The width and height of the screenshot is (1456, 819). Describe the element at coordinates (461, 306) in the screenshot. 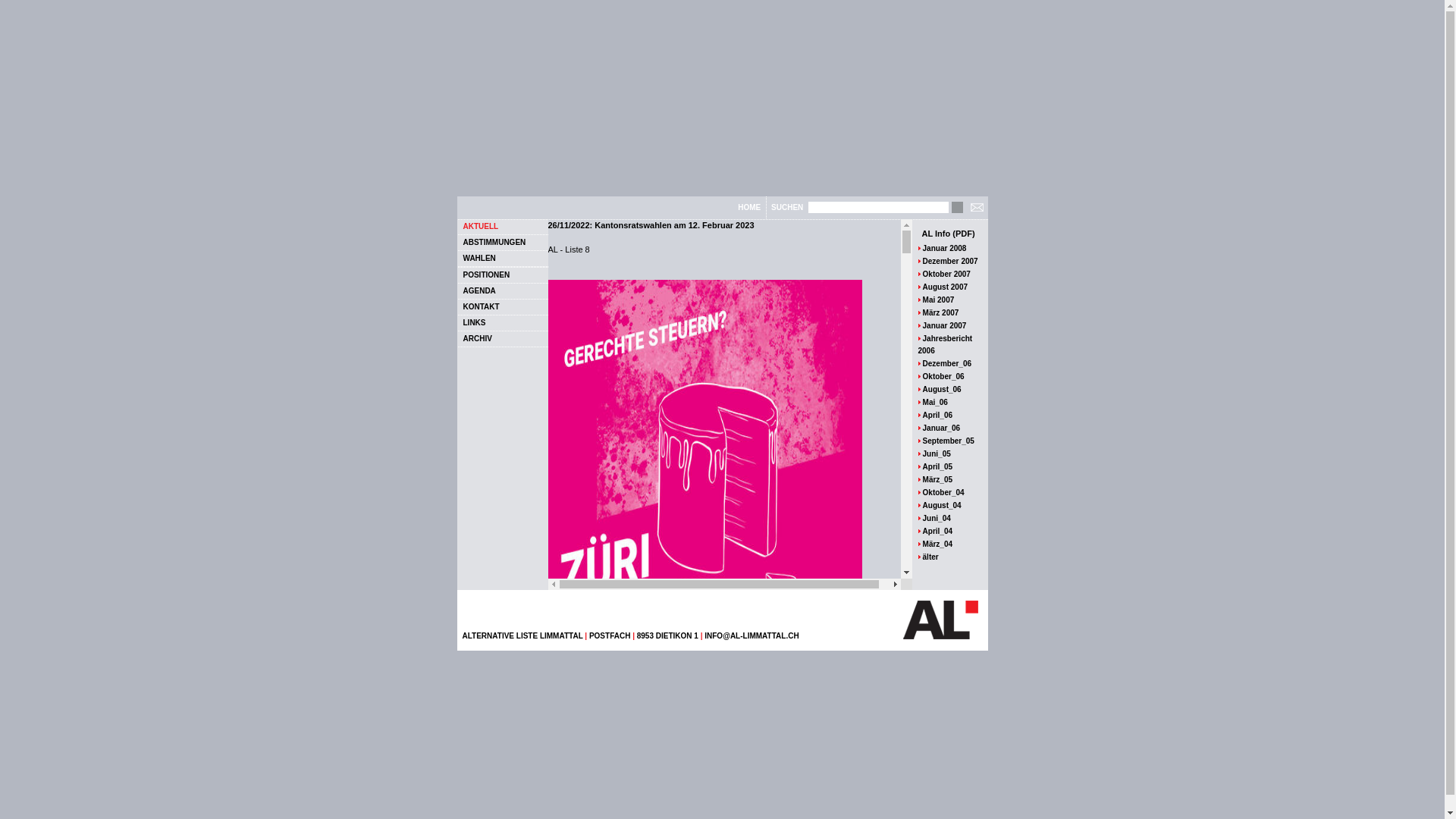

I see `'KONTAKT'` at that location.